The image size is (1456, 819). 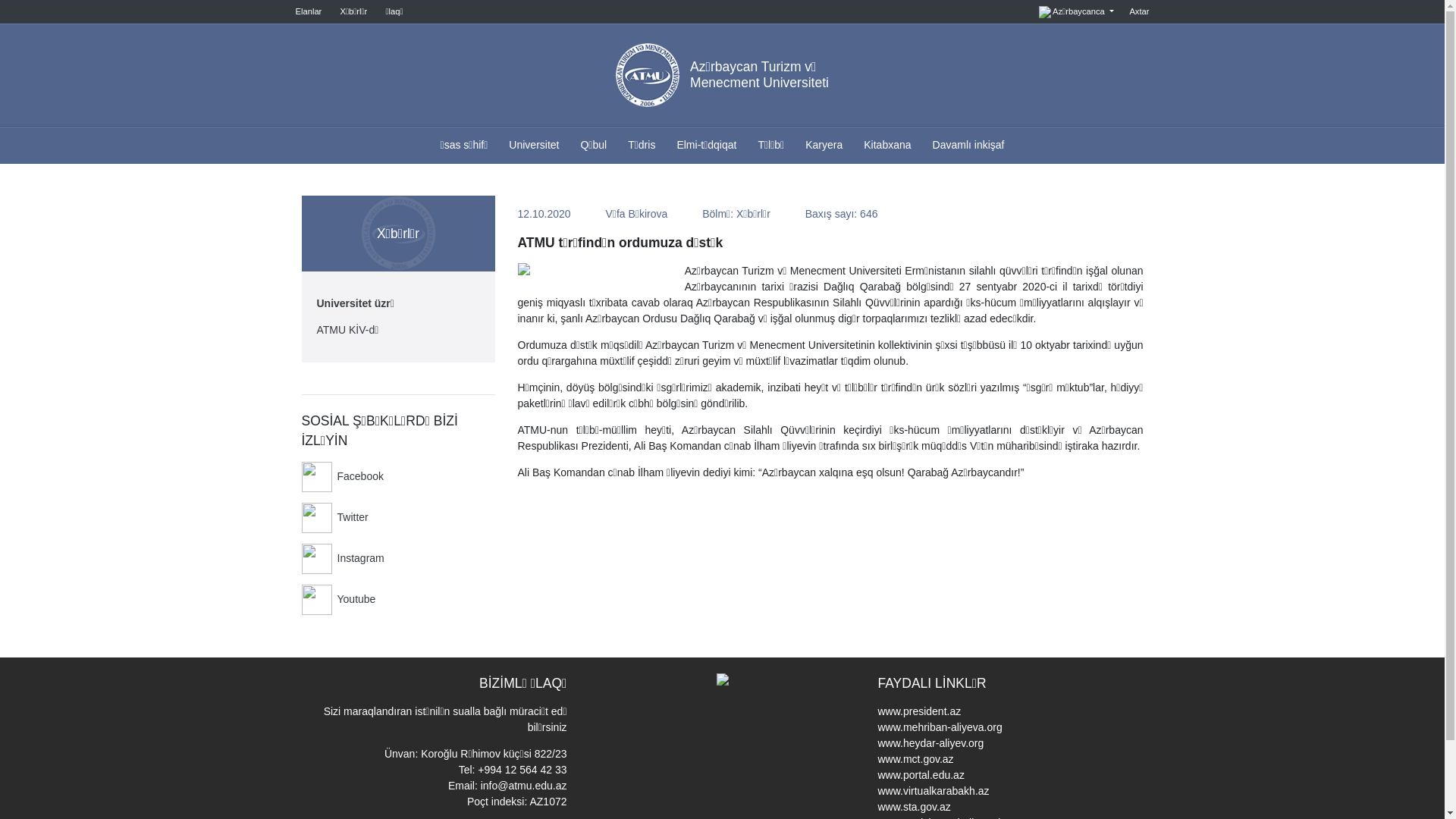 What do you see at coordinates (302, 516) in the screenshot?
I see `'Twitter'` at bounding box center [302, 516].